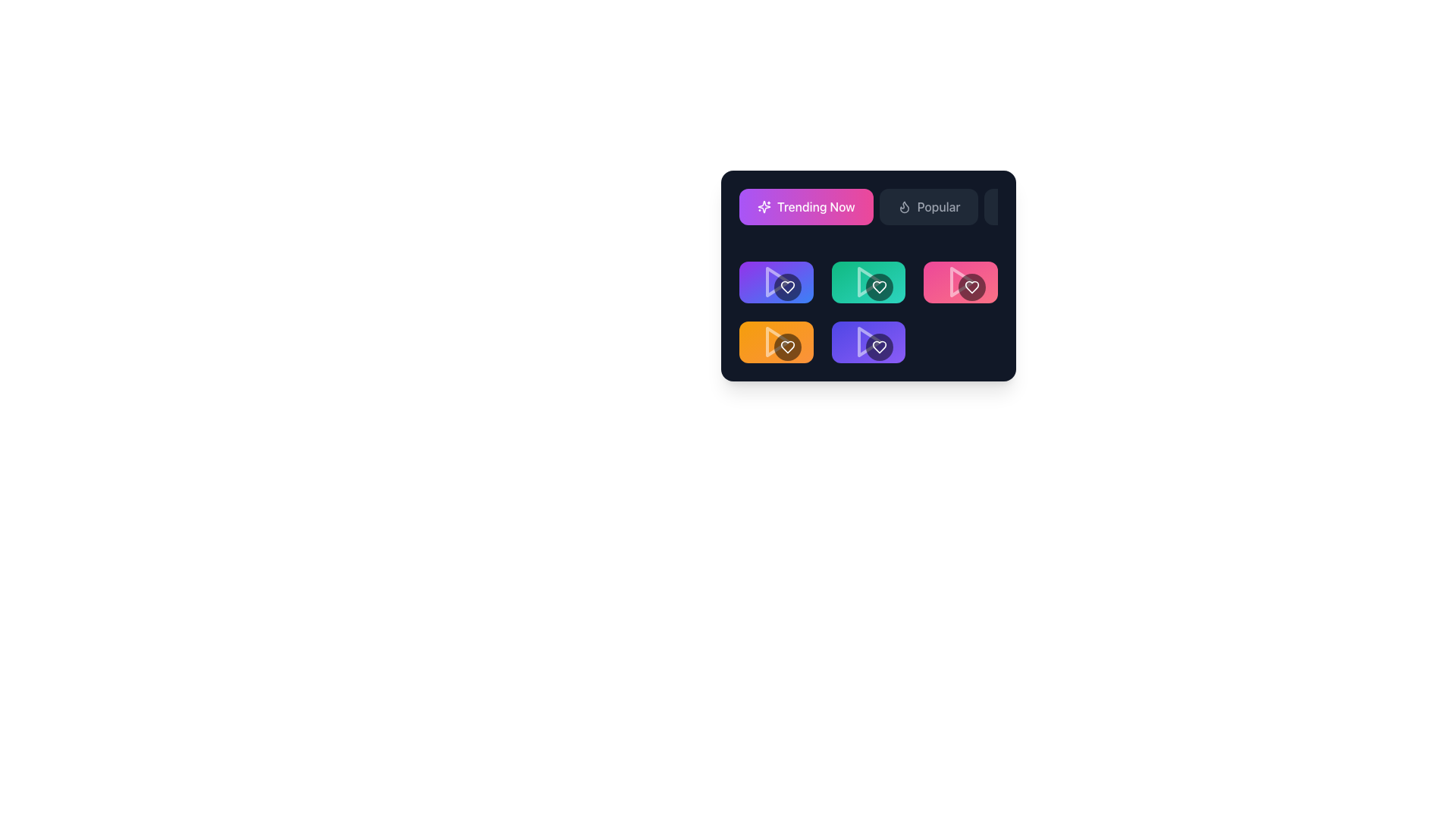  I want to click on the heart-shaped icon, which is centered within a green button in the second row and second column of the grid layout, so click(880, 287).